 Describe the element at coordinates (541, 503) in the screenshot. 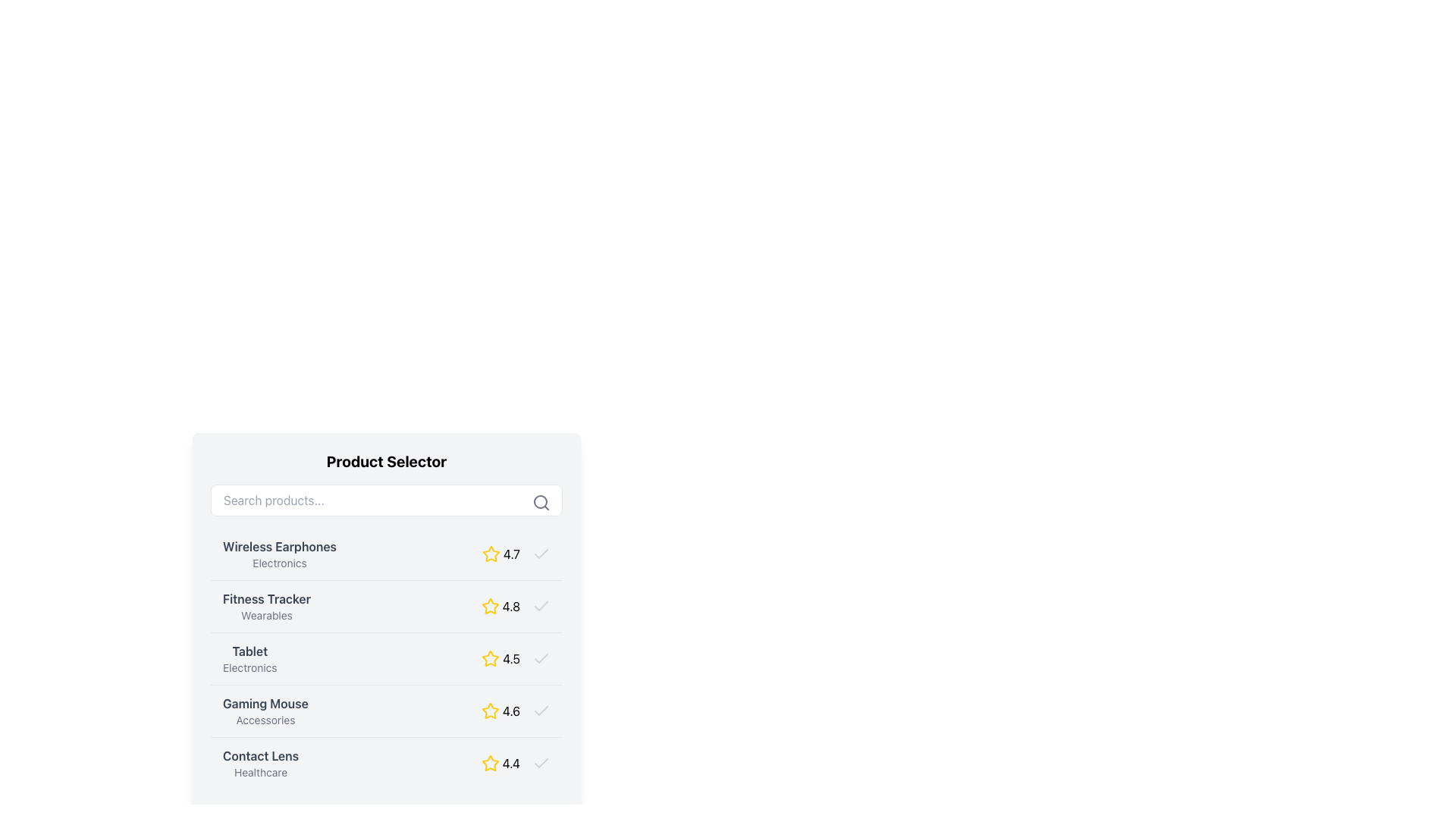

I see `the search icon located at the far right inside the text input field of the 'Product Selector' interface to initiate a search` at that location.